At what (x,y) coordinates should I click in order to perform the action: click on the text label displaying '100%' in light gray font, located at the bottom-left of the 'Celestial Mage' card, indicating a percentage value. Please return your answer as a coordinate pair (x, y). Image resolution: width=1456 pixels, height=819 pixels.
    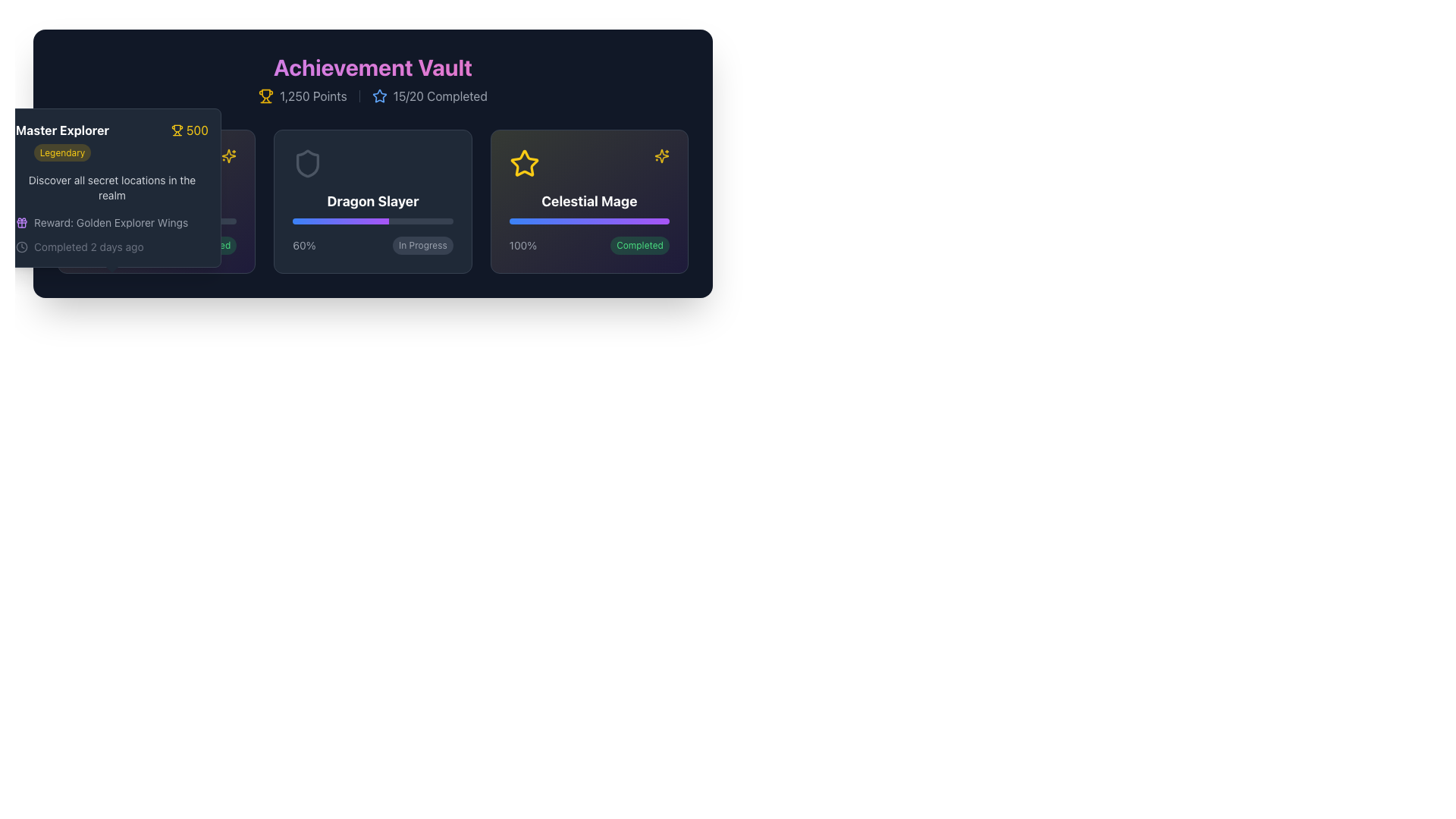
    Looking at the image, I should click on (522, 245).